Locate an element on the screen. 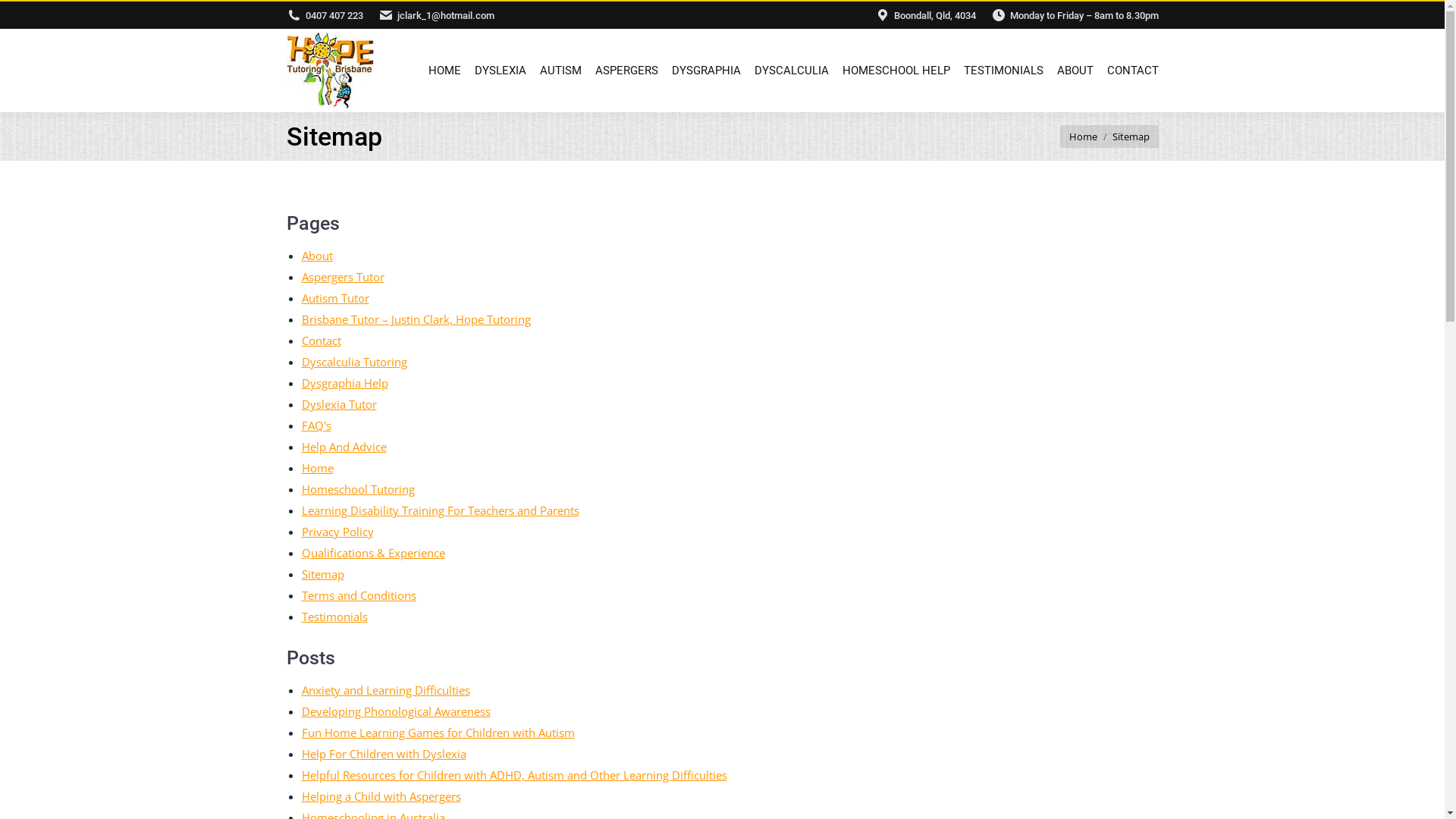 The image size is (1456, 819). 'HOMESCHOOL HELP' is located at coordinates (835, 70).